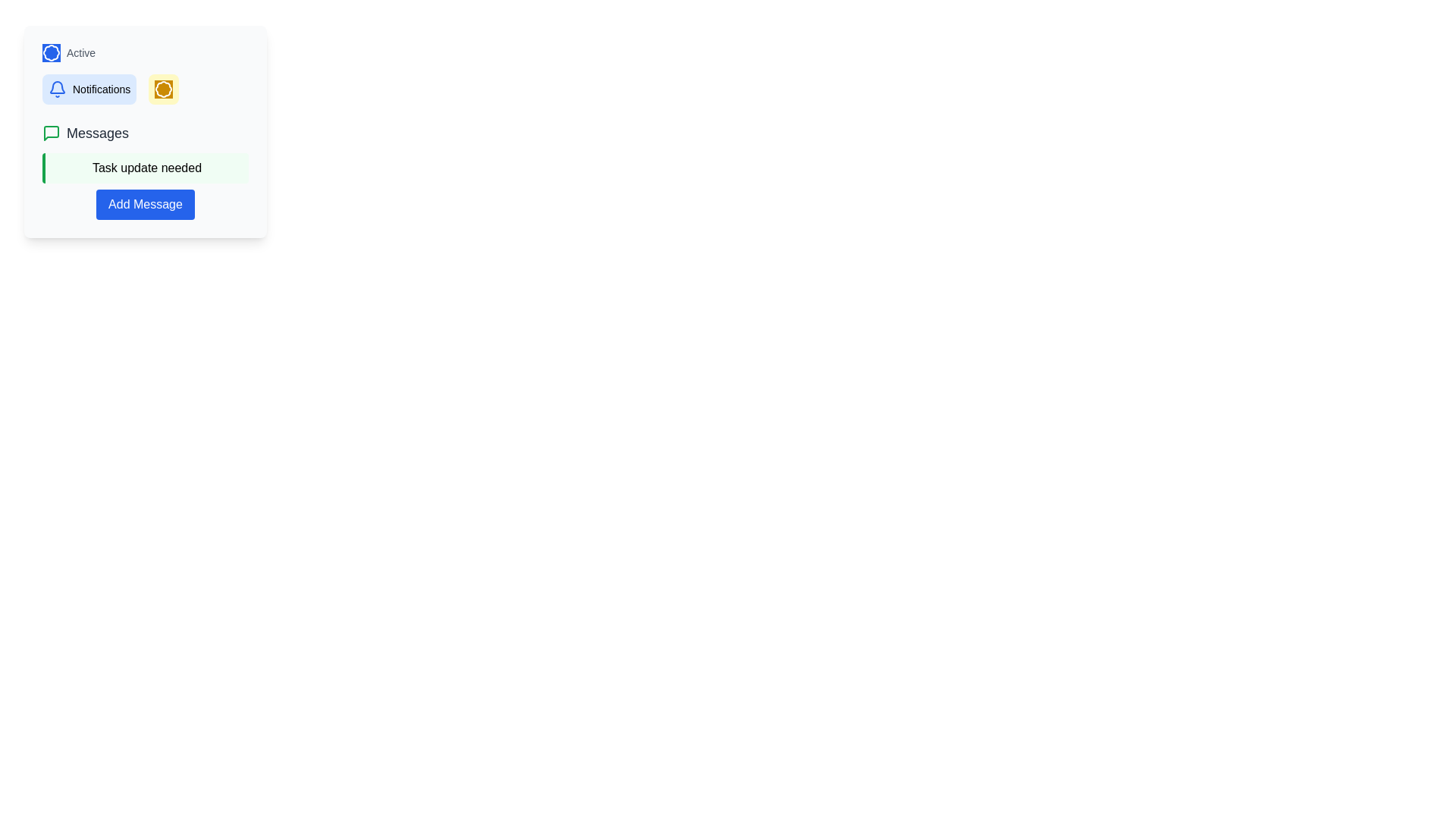 The height and width of the screenshot is (819, 1456). What do you see at coordinates (80, 52) in the screenshot?
I see `the Static text label that displays 'Active', located immediately to the right of the 'Dev Team' badge in the upper left side of the interface` at bounding box center [80, 52].